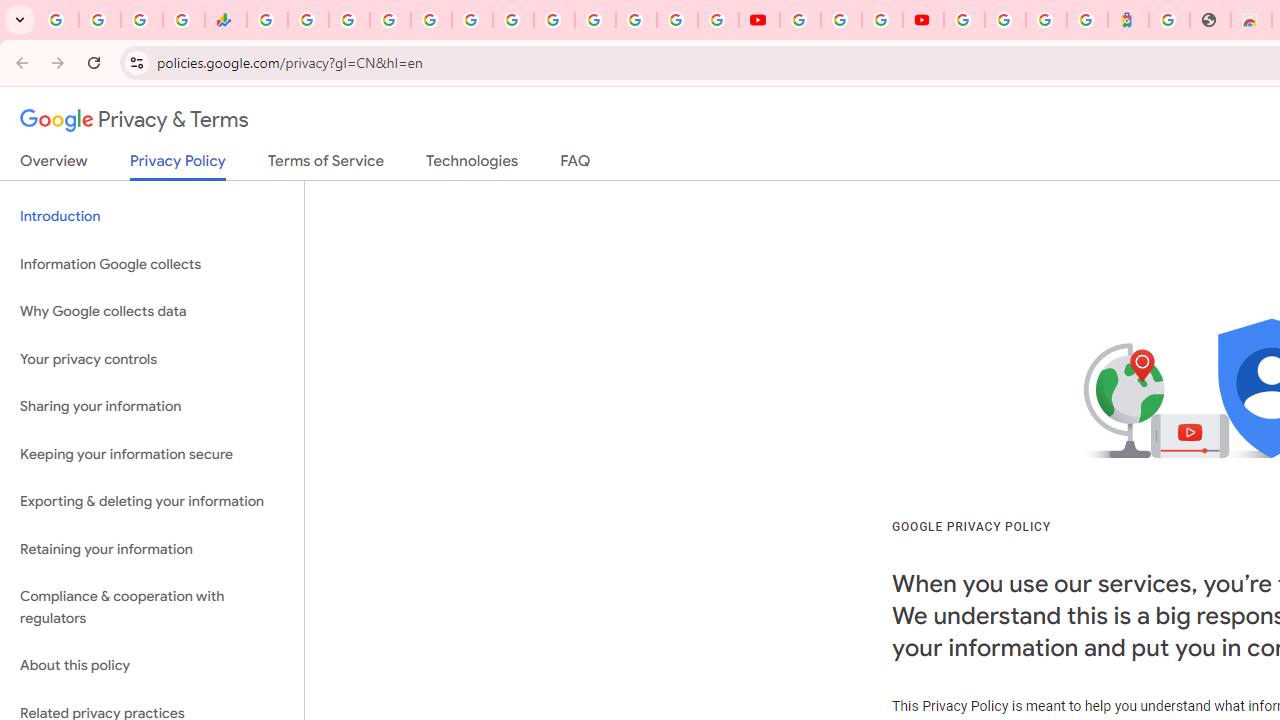  Describe the element at coordinates (758, 20) in the screenshot. I see `'YouTube'` at that location.